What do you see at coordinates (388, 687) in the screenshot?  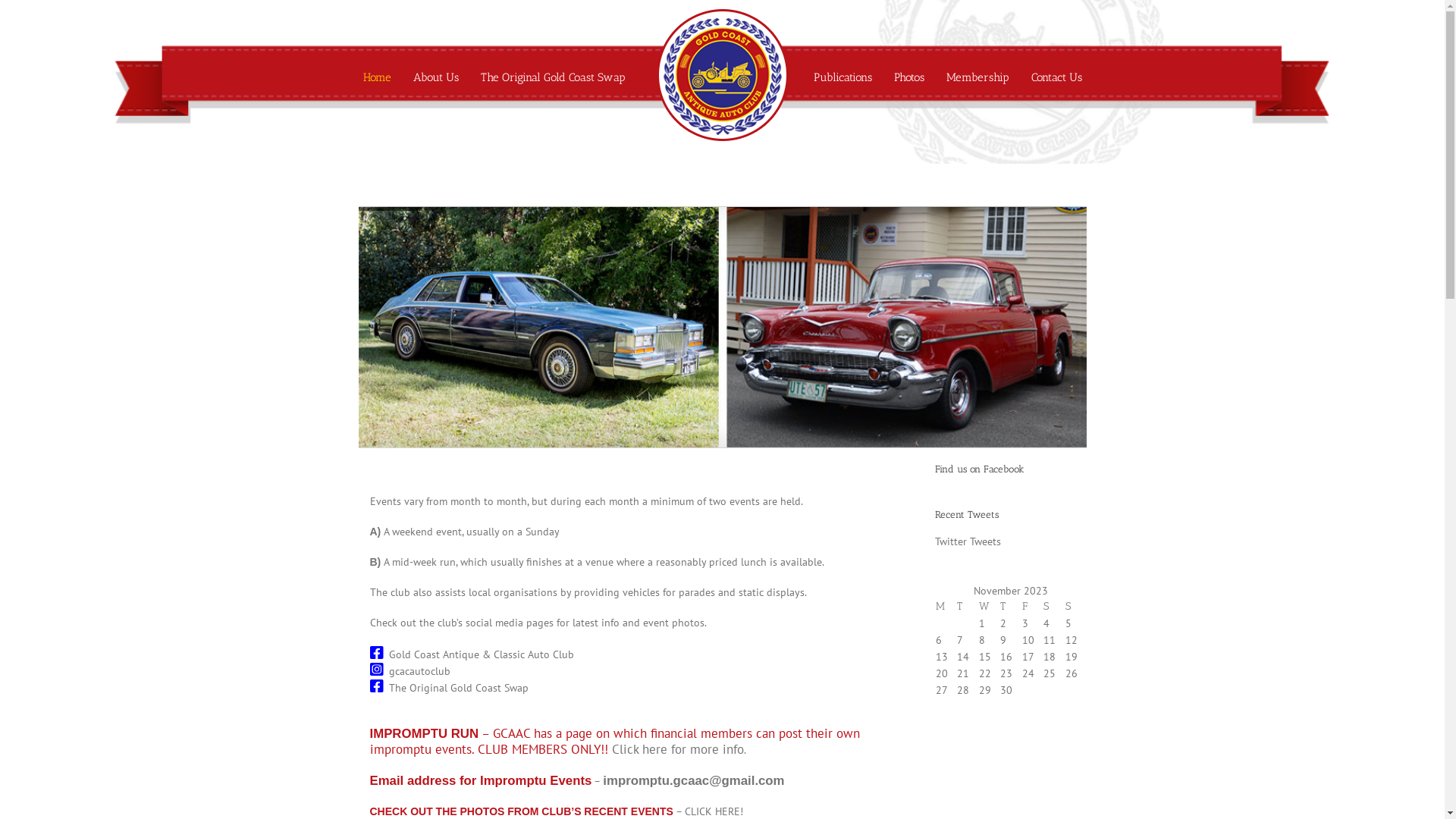 I see `'The Original Gold Coast Swap'` at bounding box center [388, 687].